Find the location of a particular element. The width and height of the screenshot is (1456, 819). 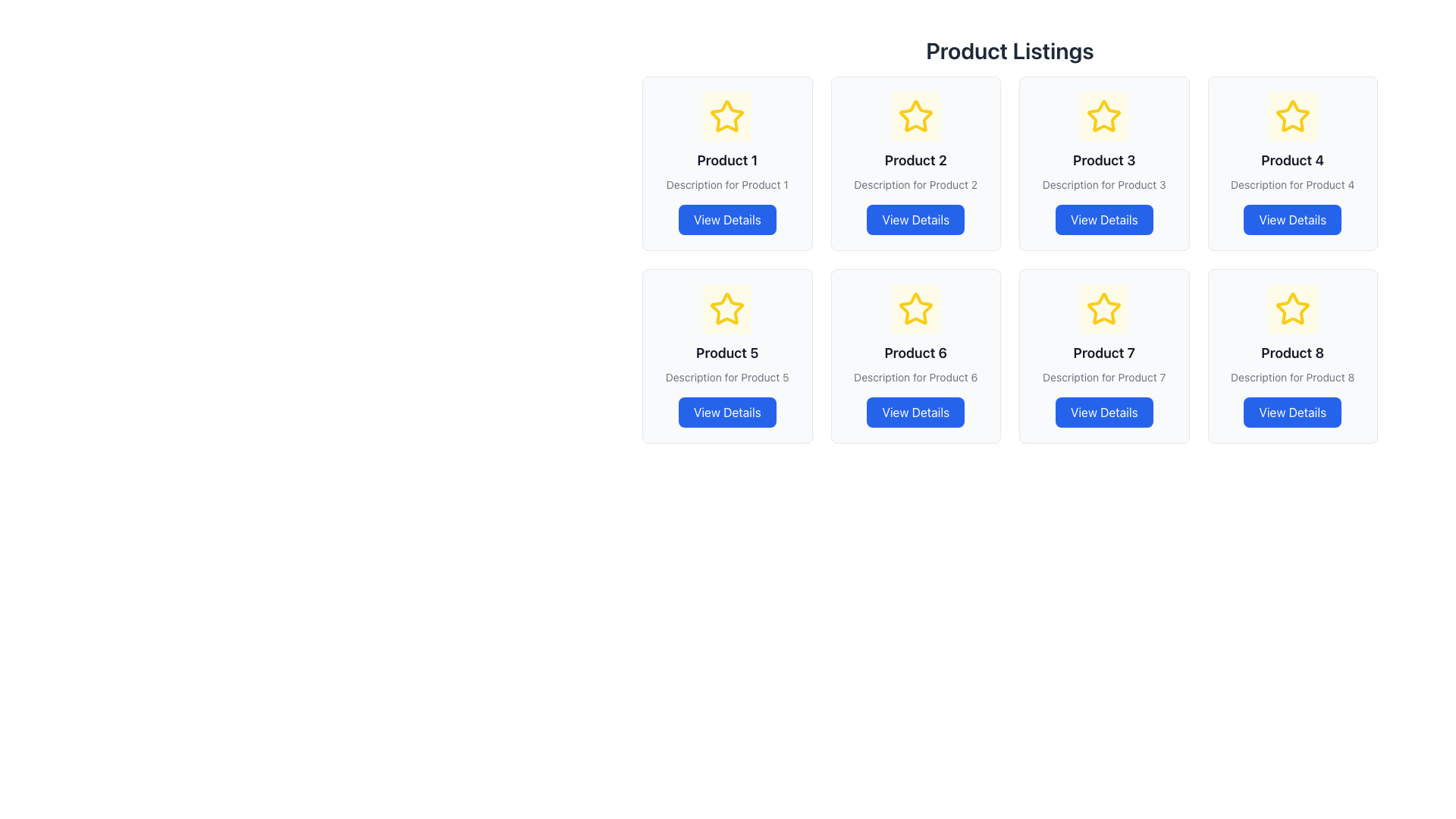

the button located at the lower portion of the card for 'Product 6' is located at coordinates (915, 412).